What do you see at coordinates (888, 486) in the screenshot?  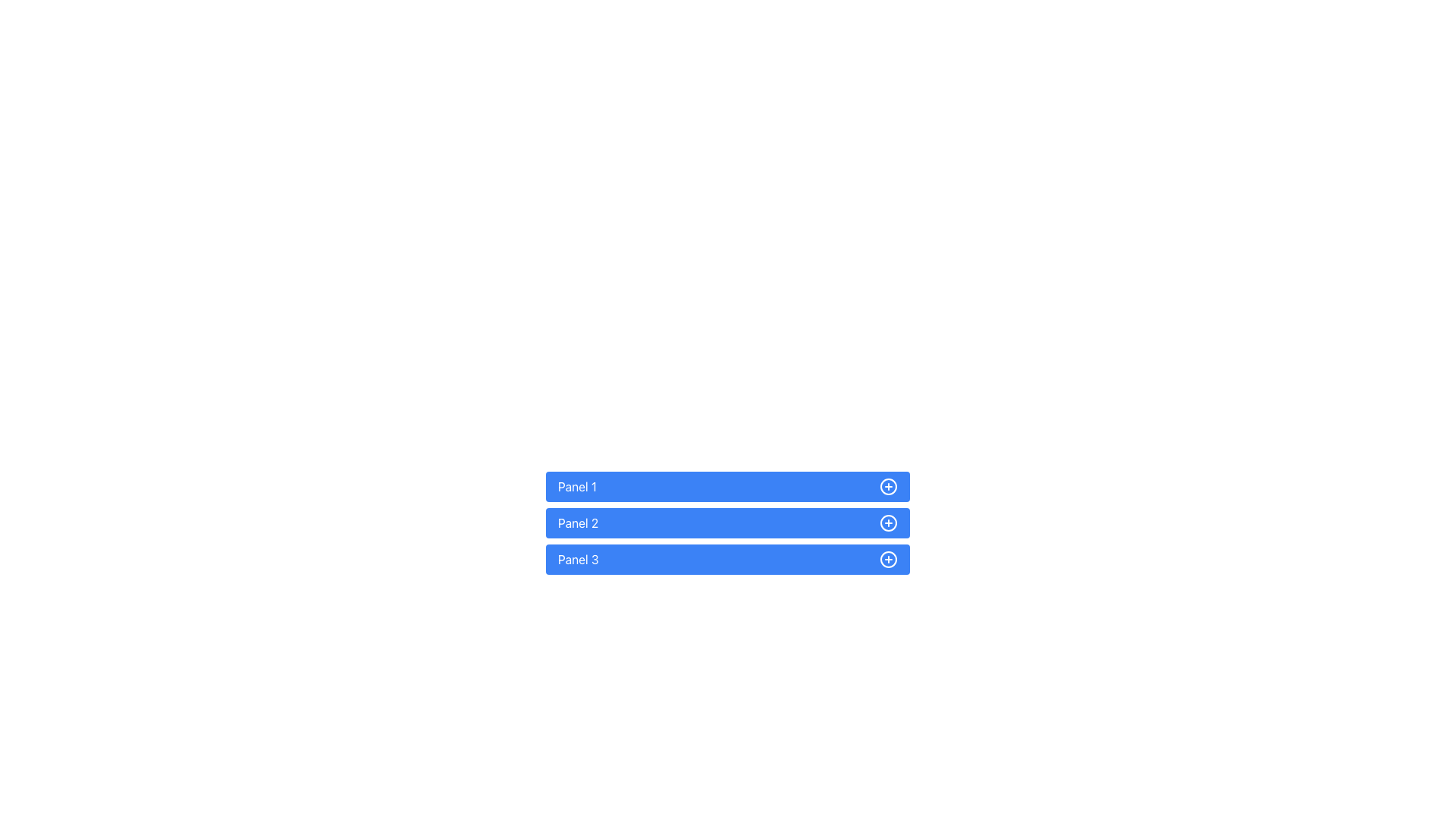 I see `the 'plus' icon enclosed within a circle located at the far-right edge of 'Panel 1'` at bounding box center [888, 486].